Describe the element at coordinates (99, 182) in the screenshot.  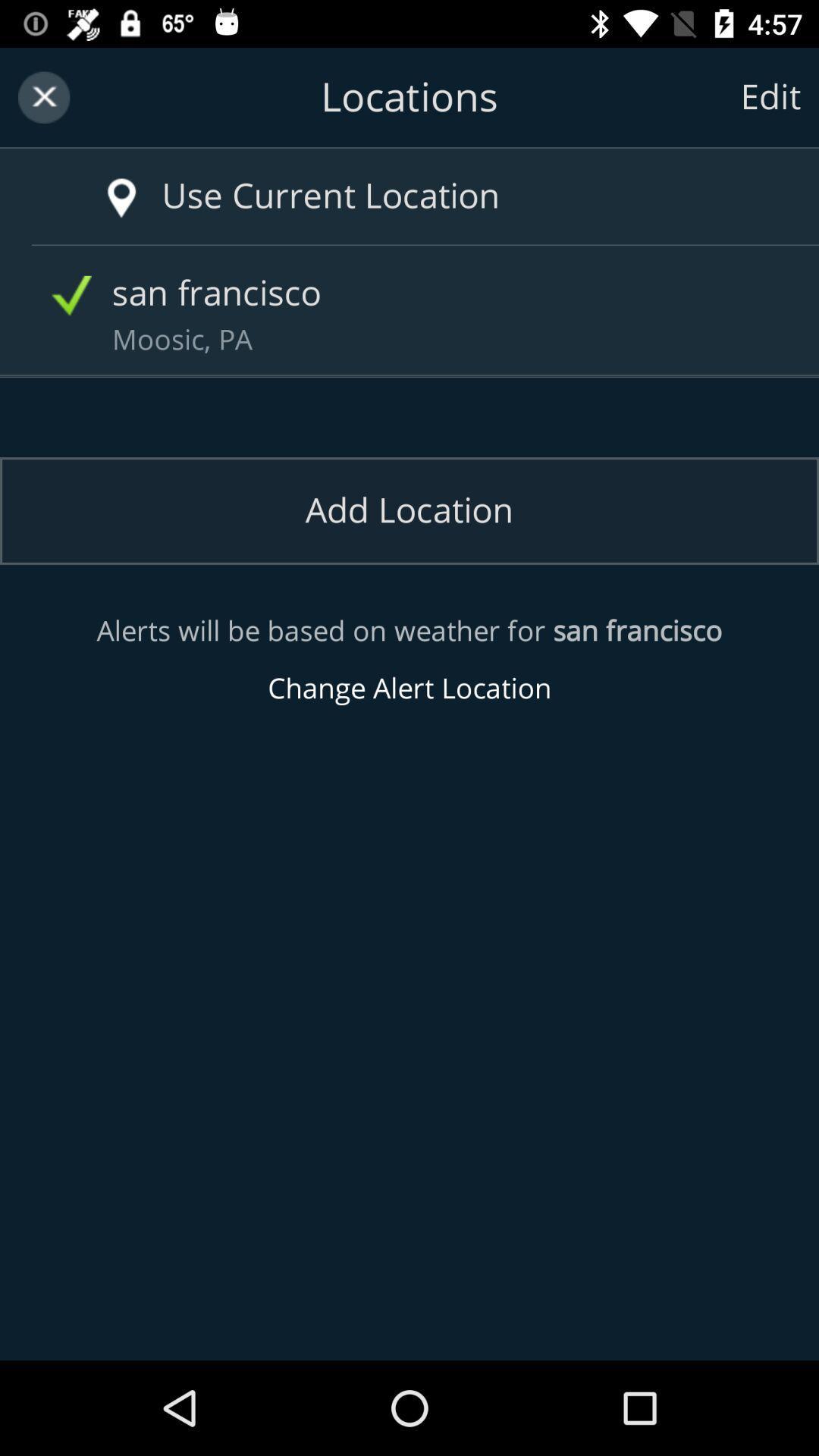
I see `locator oprion` at that location.